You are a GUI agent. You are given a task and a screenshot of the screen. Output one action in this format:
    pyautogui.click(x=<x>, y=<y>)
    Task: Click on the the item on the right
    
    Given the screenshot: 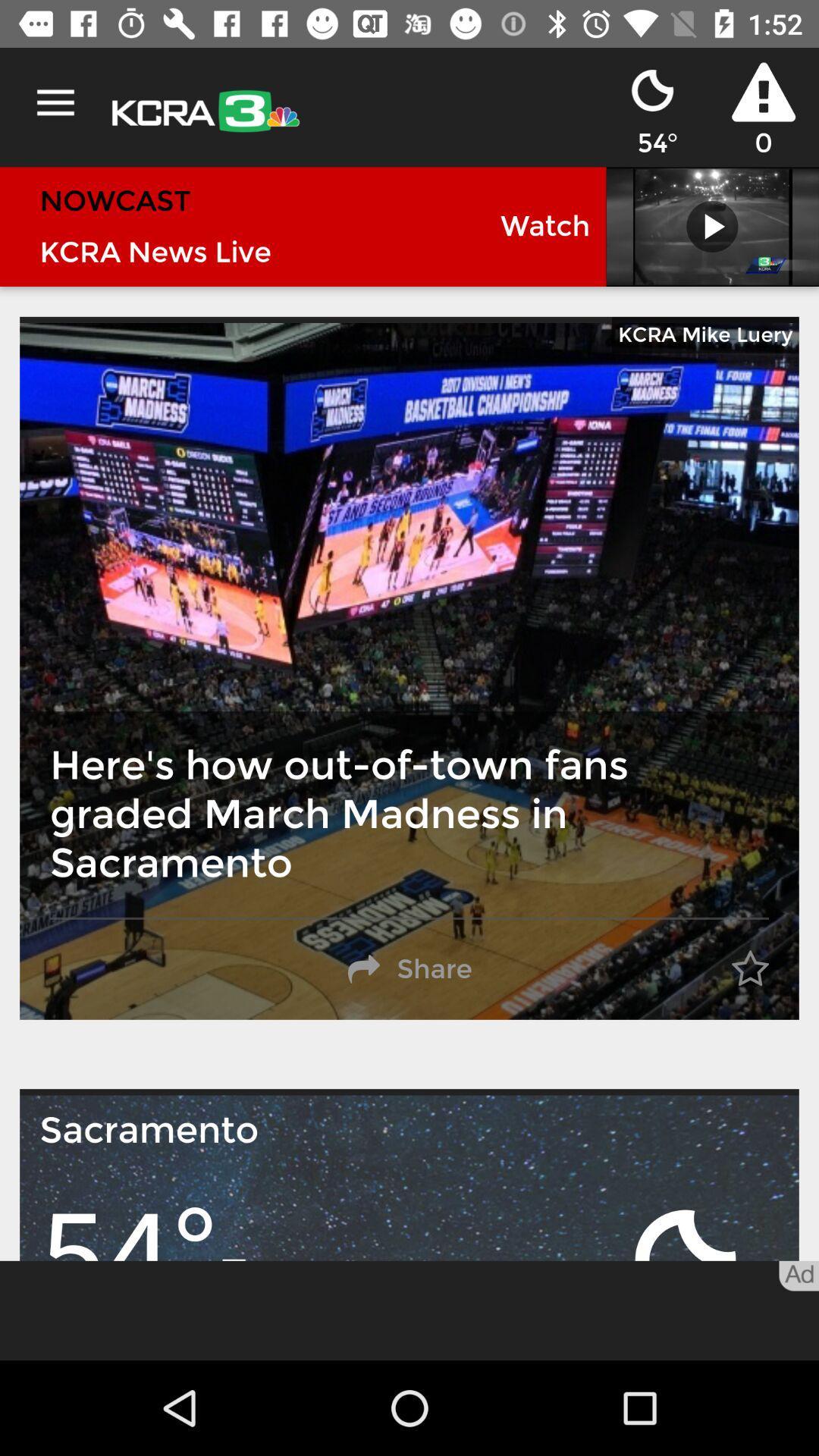 What is the action you would take?
    pyautogui.click(x=749, y=968)
    